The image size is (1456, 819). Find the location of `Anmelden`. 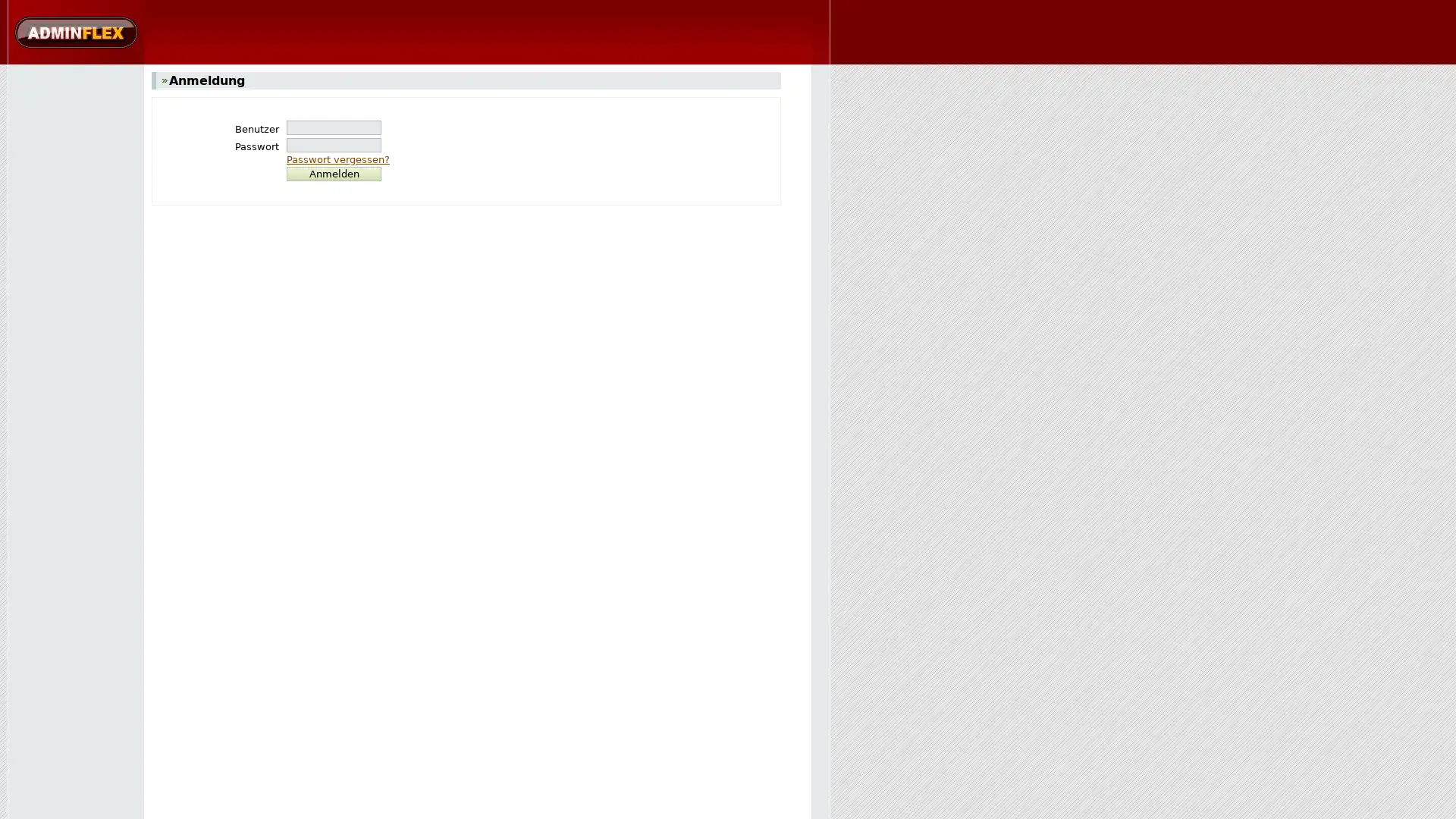

Anmelden is located at coordinates (333, 173).